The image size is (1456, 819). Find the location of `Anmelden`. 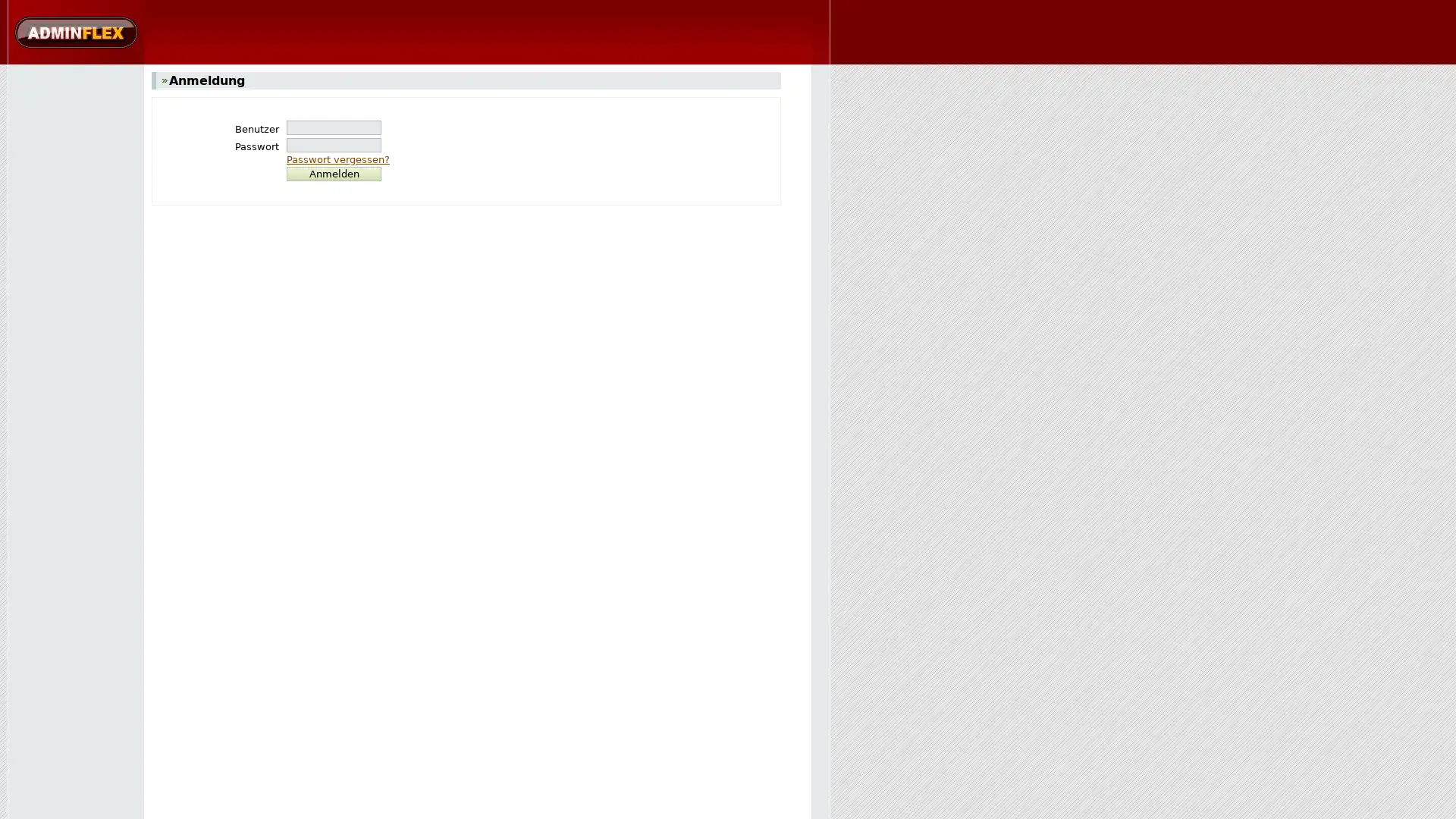

Anmelden is located at coordinates (333, 173).